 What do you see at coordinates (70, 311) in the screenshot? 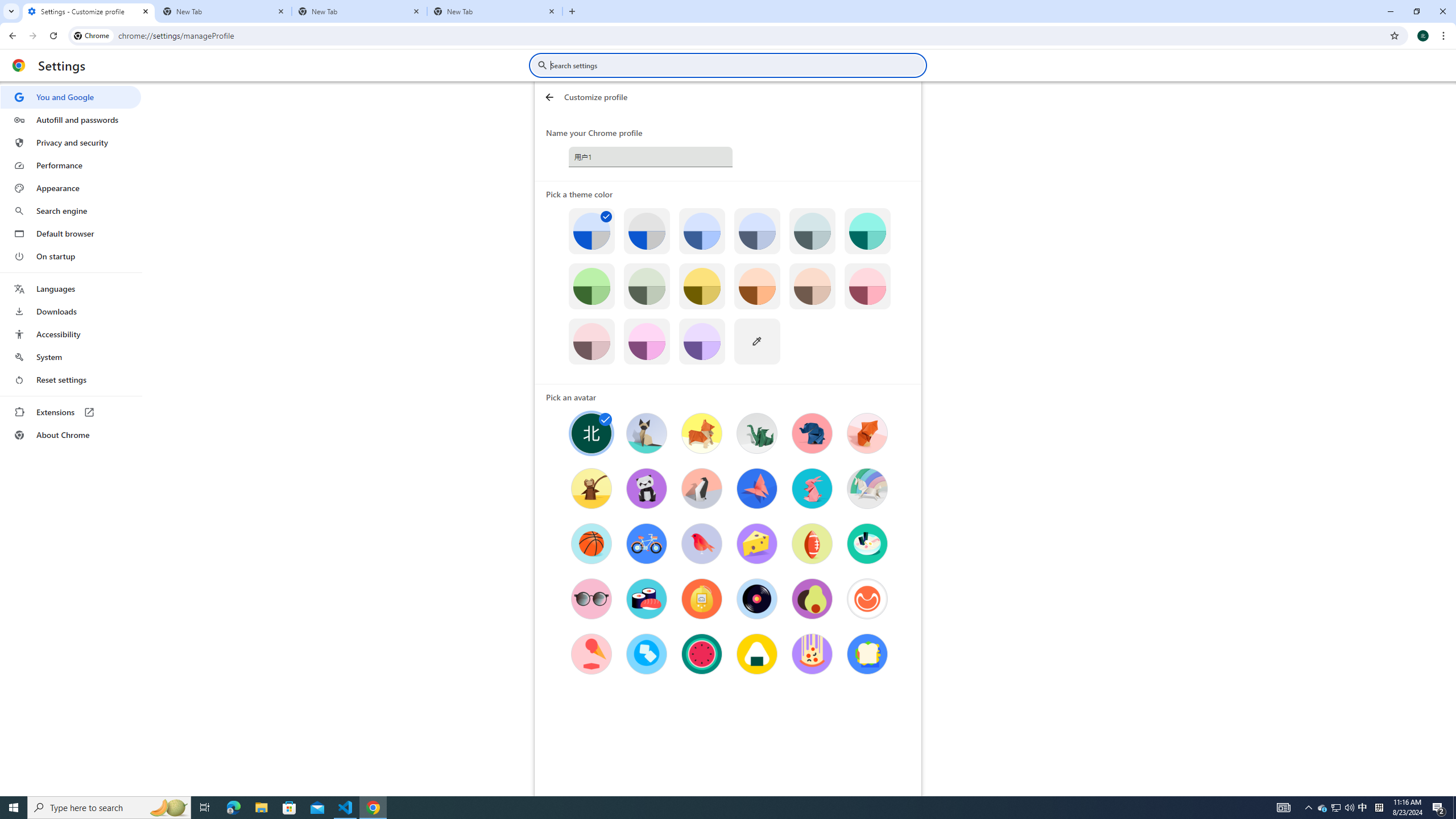
I see `'Downloads'` at bounding box center [70, 311].